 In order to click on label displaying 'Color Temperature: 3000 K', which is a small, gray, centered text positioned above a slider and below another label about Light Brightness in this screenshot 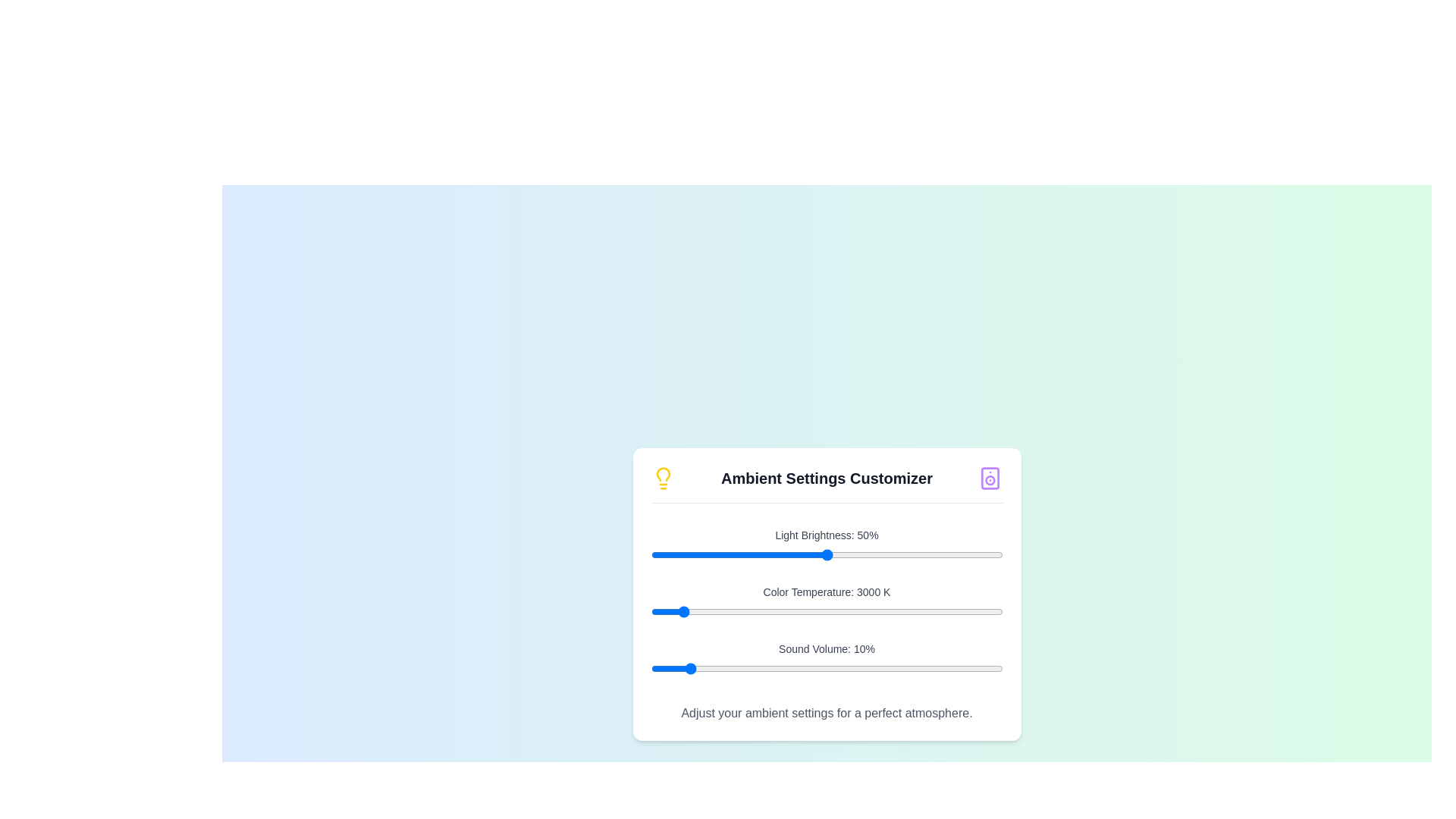, I will do `click(826, 591)`.